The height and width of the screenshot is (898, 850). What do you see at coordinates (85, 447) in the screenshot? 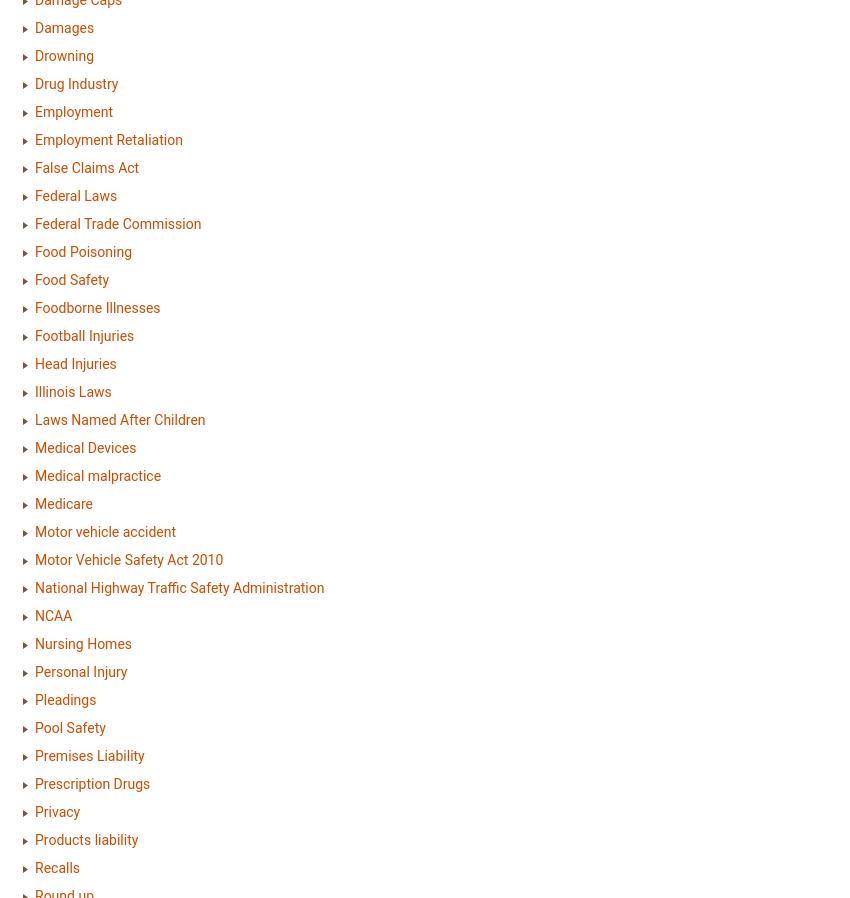
I see `'Medical Devices'` at bounding box center [85, 447].